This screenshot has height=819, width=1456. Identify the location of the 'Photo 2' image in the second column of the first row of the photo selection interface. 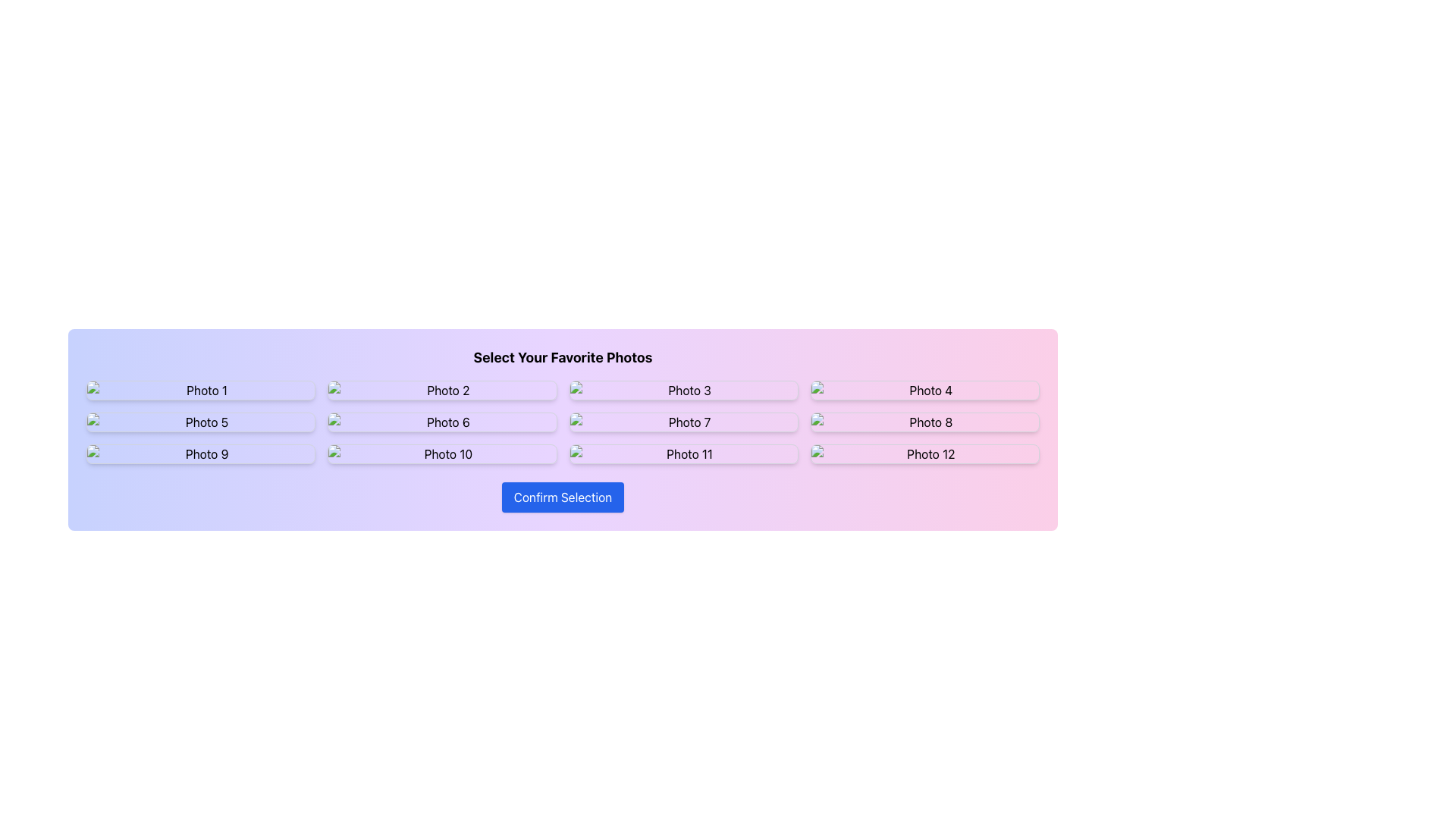
(441, 390).